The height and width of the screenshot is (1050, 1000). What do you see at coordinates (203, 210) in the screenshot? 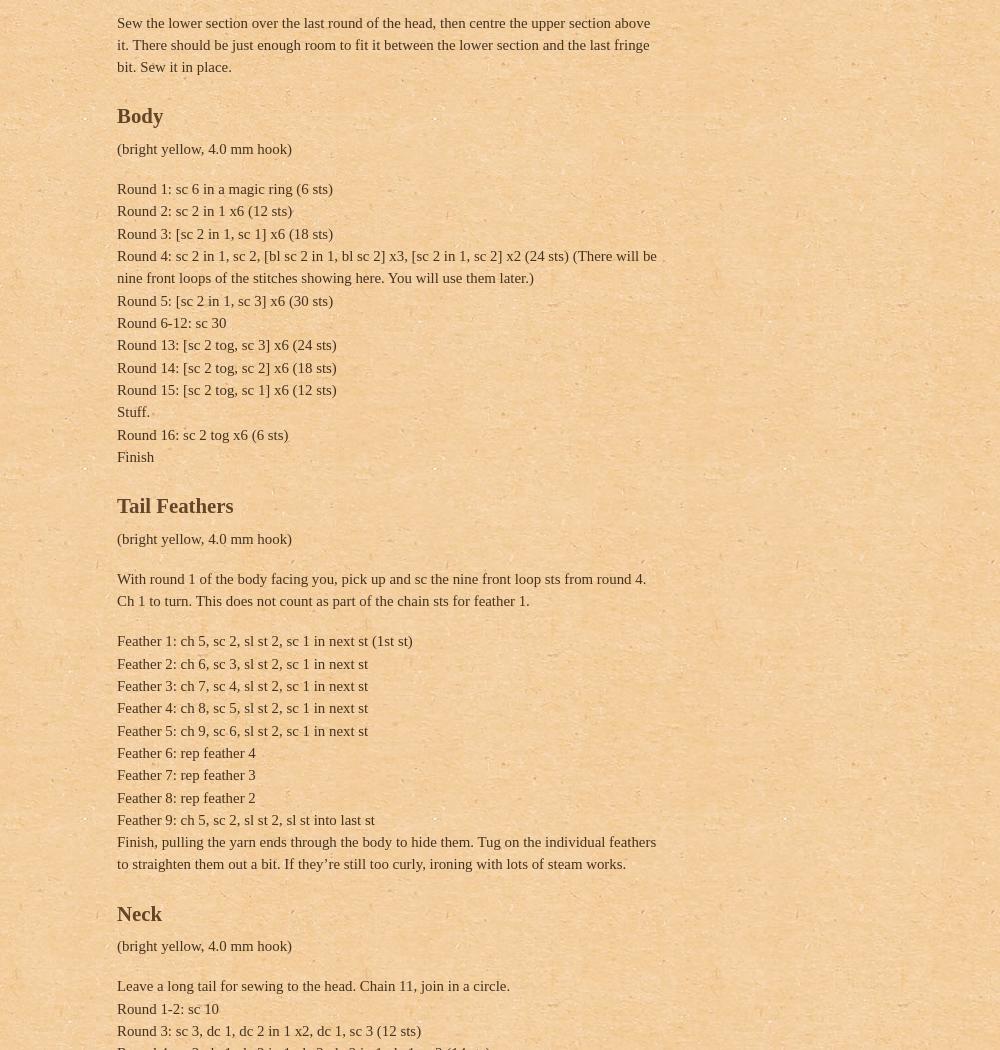
I see `'Round 2: sc 2 in 1 x6 (12 sts)'` at bounding box center [203, 210].